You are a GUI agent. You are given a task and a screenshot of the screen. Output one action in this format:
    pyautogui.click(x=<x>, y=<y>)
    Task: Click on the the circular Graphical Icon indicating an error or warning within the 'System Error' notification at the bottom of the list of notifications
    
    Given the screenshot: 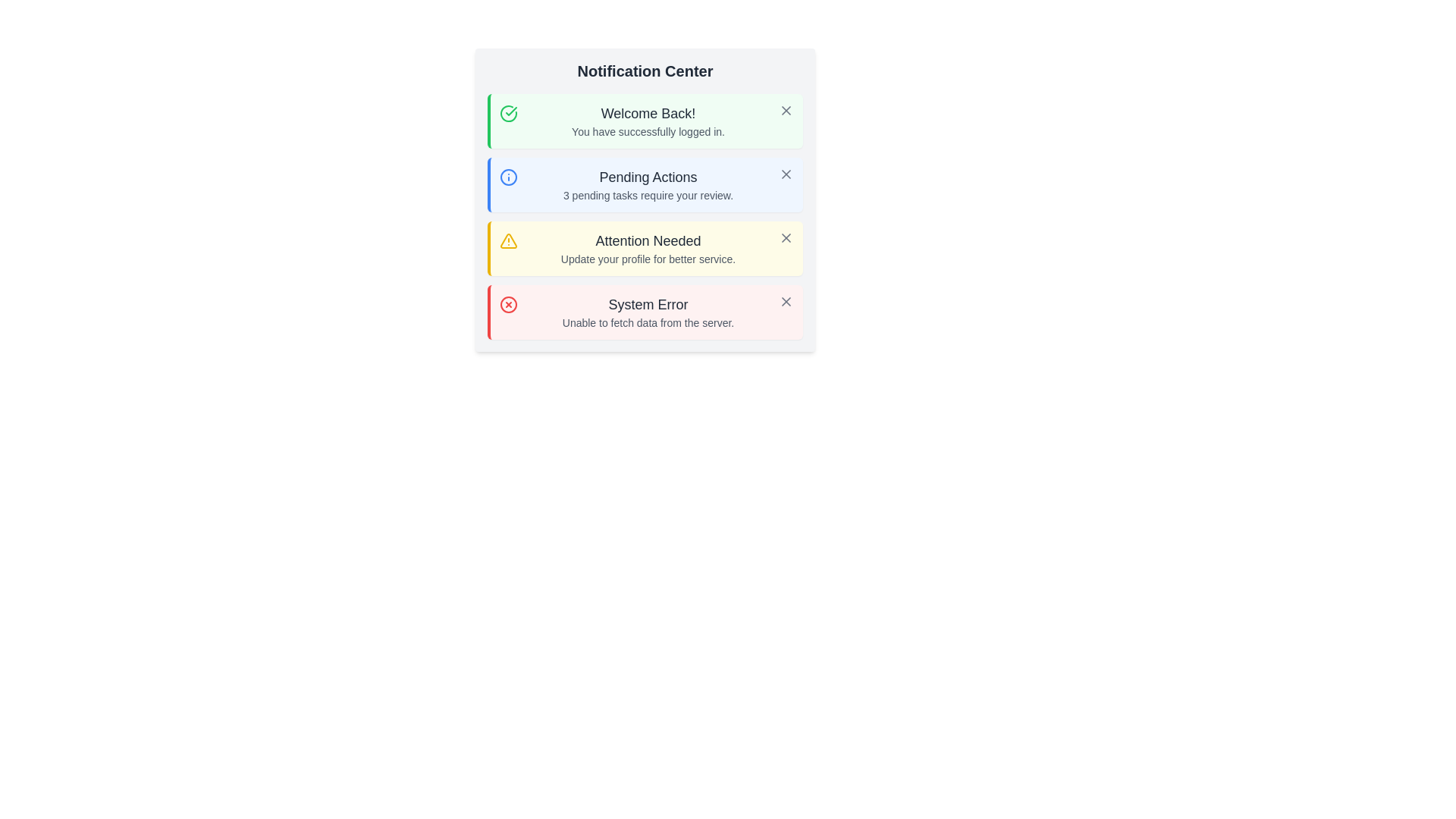 What is the action you would take?
    pyautogui.click(x=509, y=304)
    